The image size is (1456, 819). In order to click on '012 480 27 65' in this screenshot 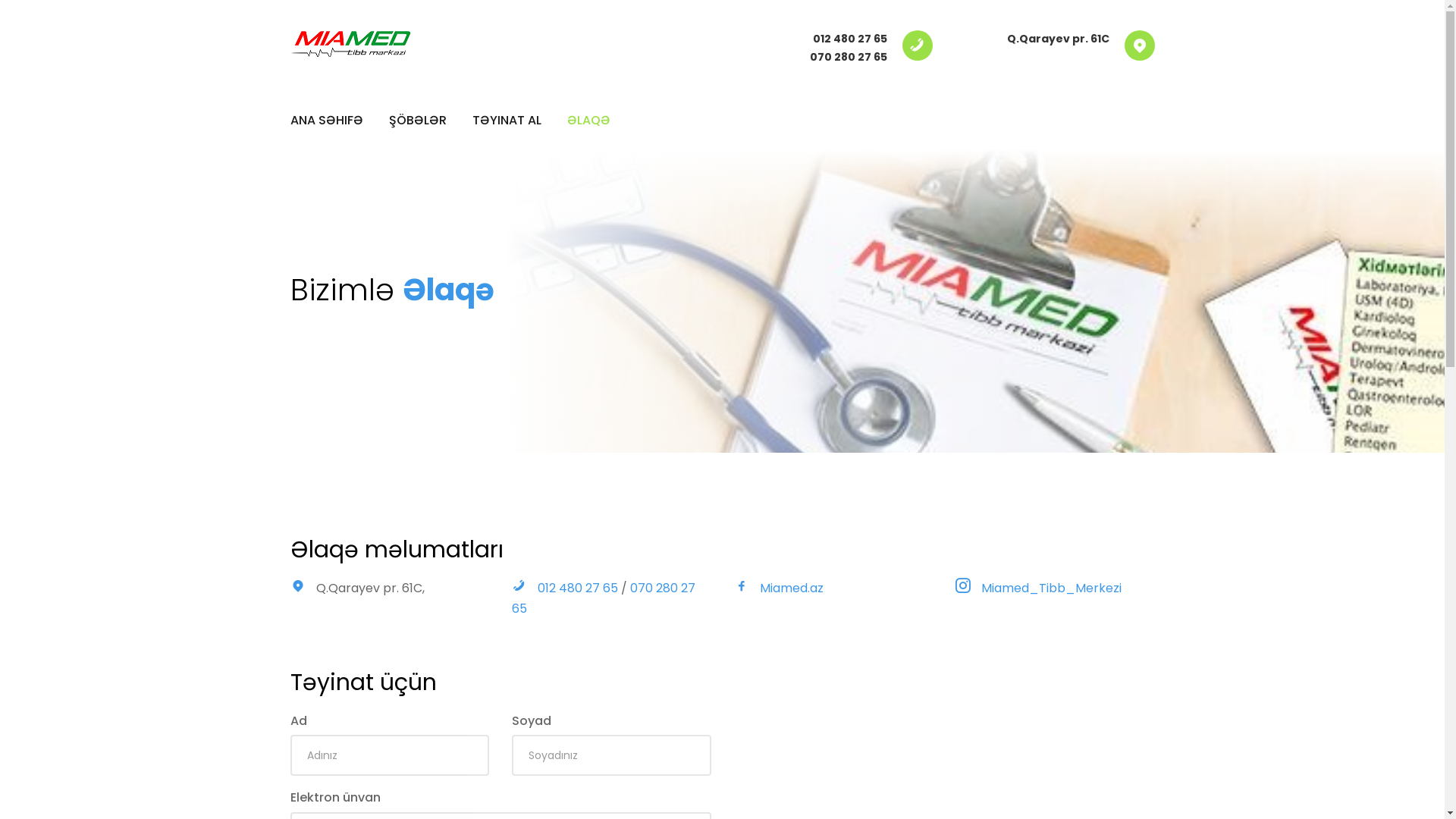, I will do `click(850, 37)`.